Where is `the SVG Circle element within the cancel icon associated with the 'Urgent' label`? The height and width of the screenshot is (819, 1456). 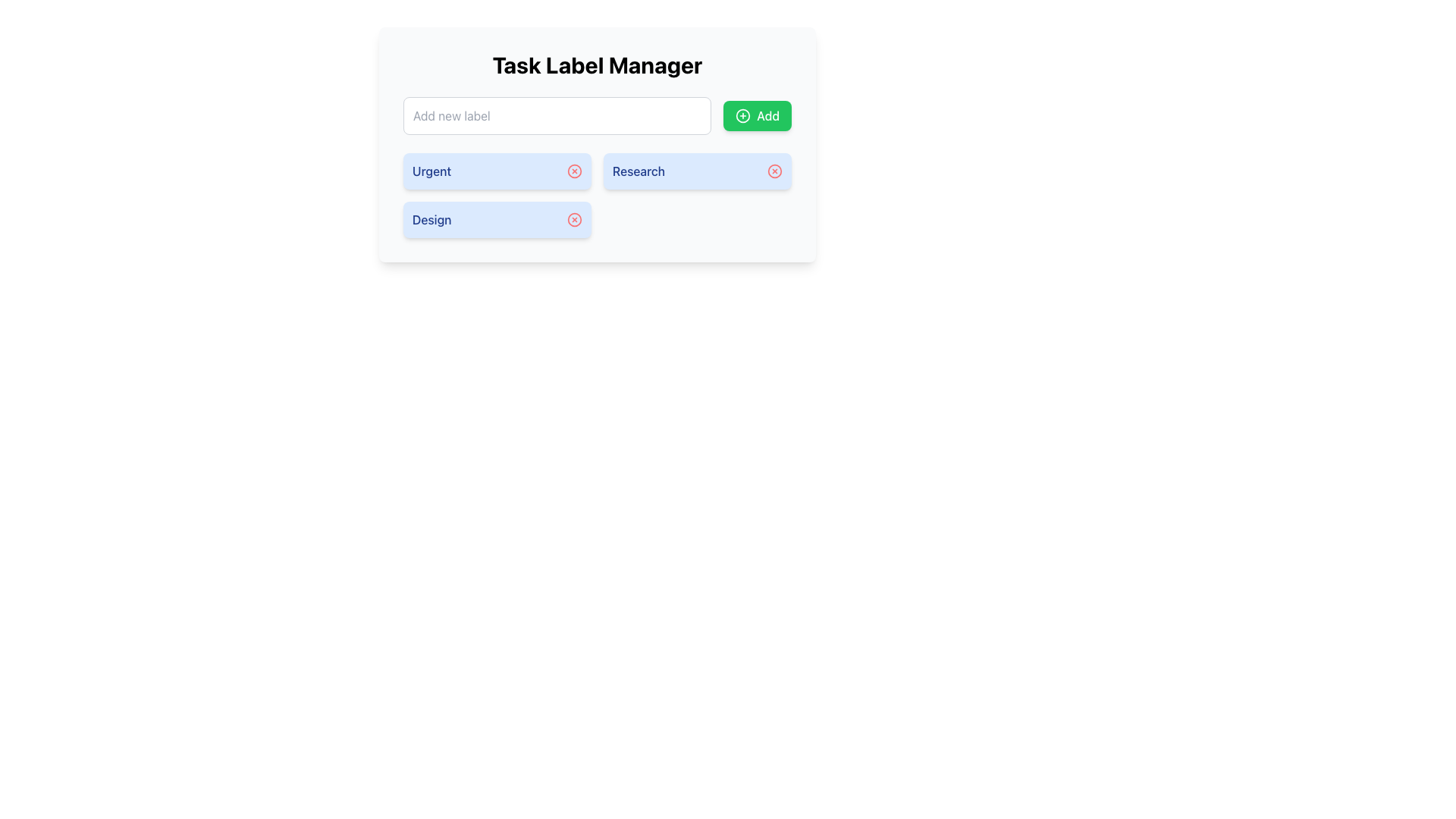 the SVG Circle element within the cancel icon associated with the 'Urgent' label is located at coordinates (574, 171).